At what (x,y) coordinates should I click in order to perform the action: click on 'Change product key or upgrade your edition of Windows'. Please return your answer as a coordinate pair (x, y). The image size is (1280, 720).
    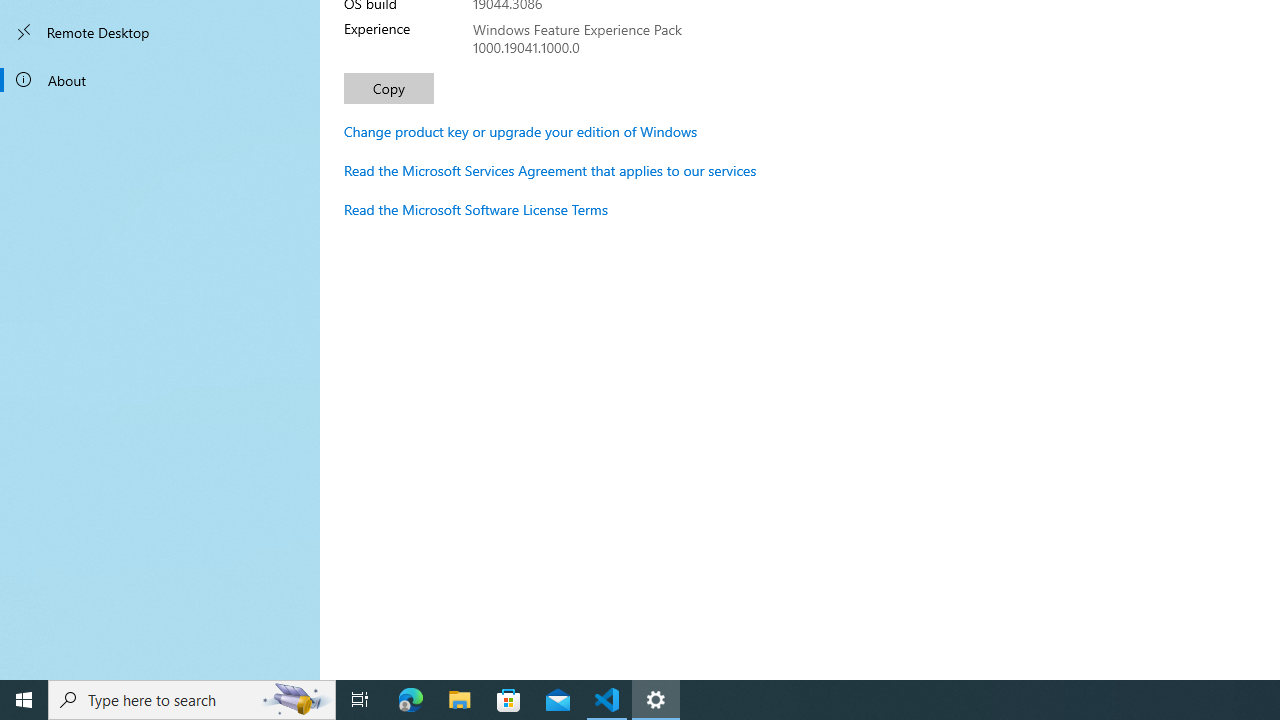
    Looking at the image, I should click on (520, 131).